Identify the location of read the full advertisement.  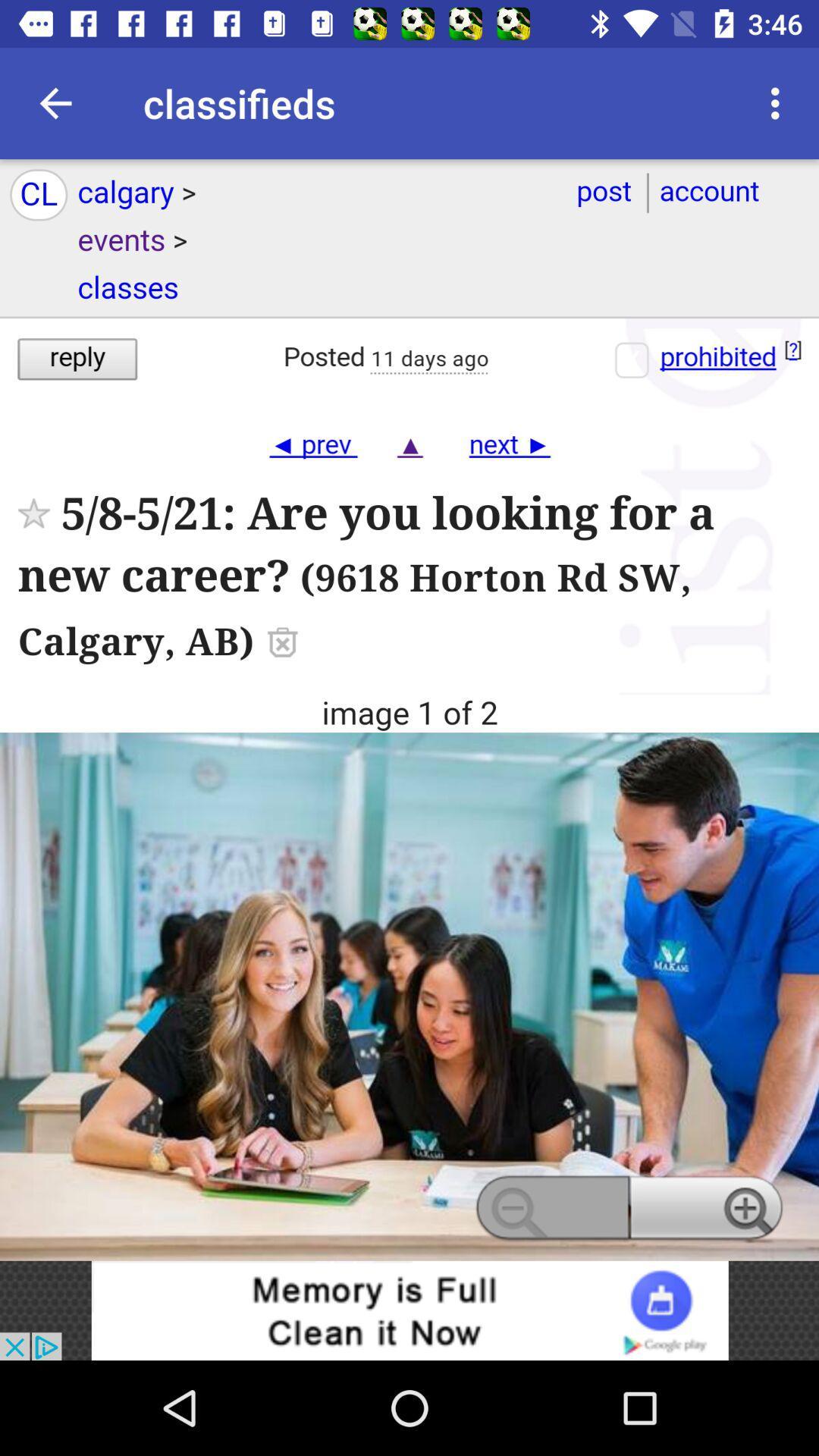
(409, 709).